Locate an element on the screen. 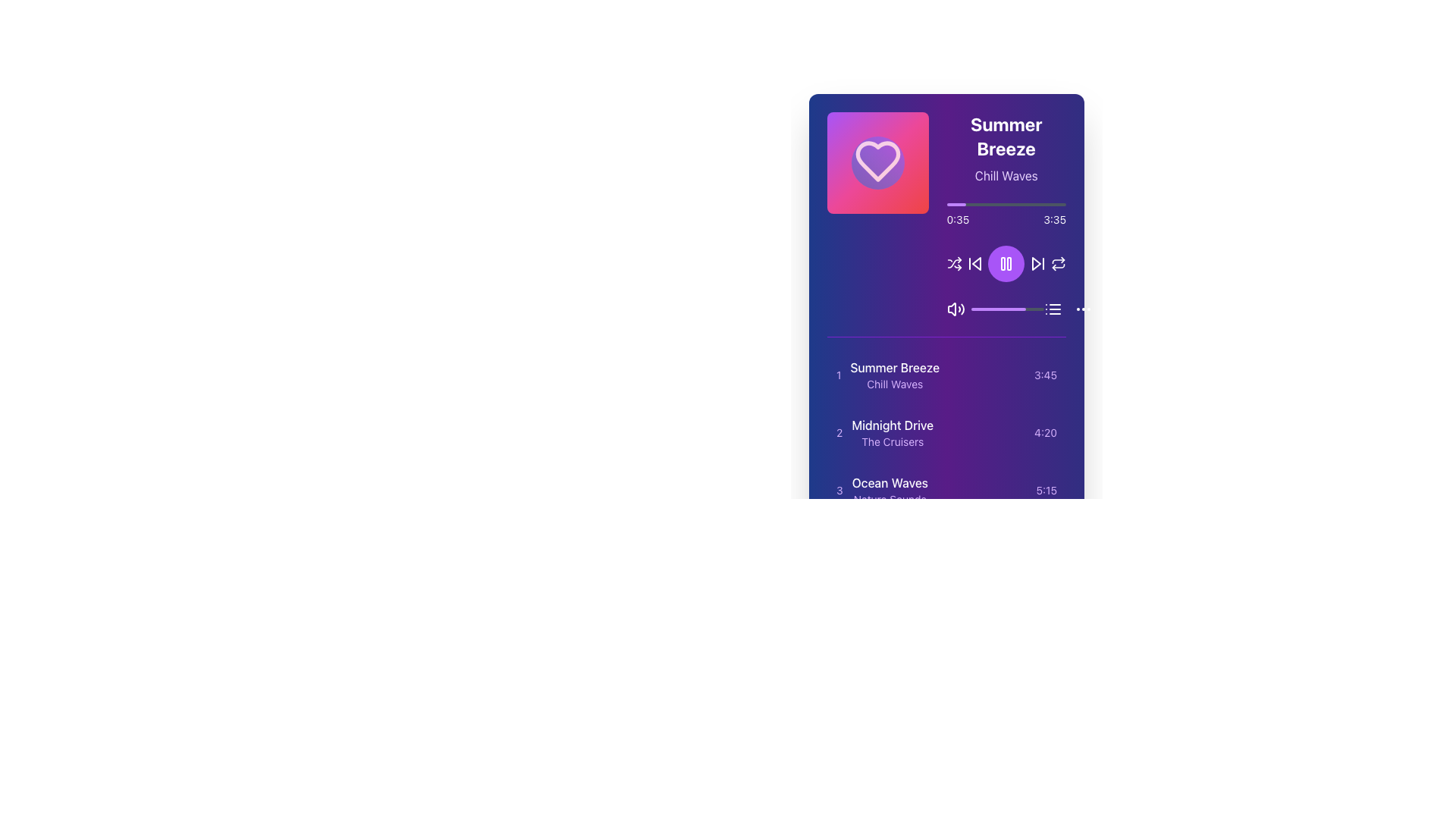  the first selectable playlist item located beneath the player controls to initiate playback of the respective track is located at coordinates (946, 375).